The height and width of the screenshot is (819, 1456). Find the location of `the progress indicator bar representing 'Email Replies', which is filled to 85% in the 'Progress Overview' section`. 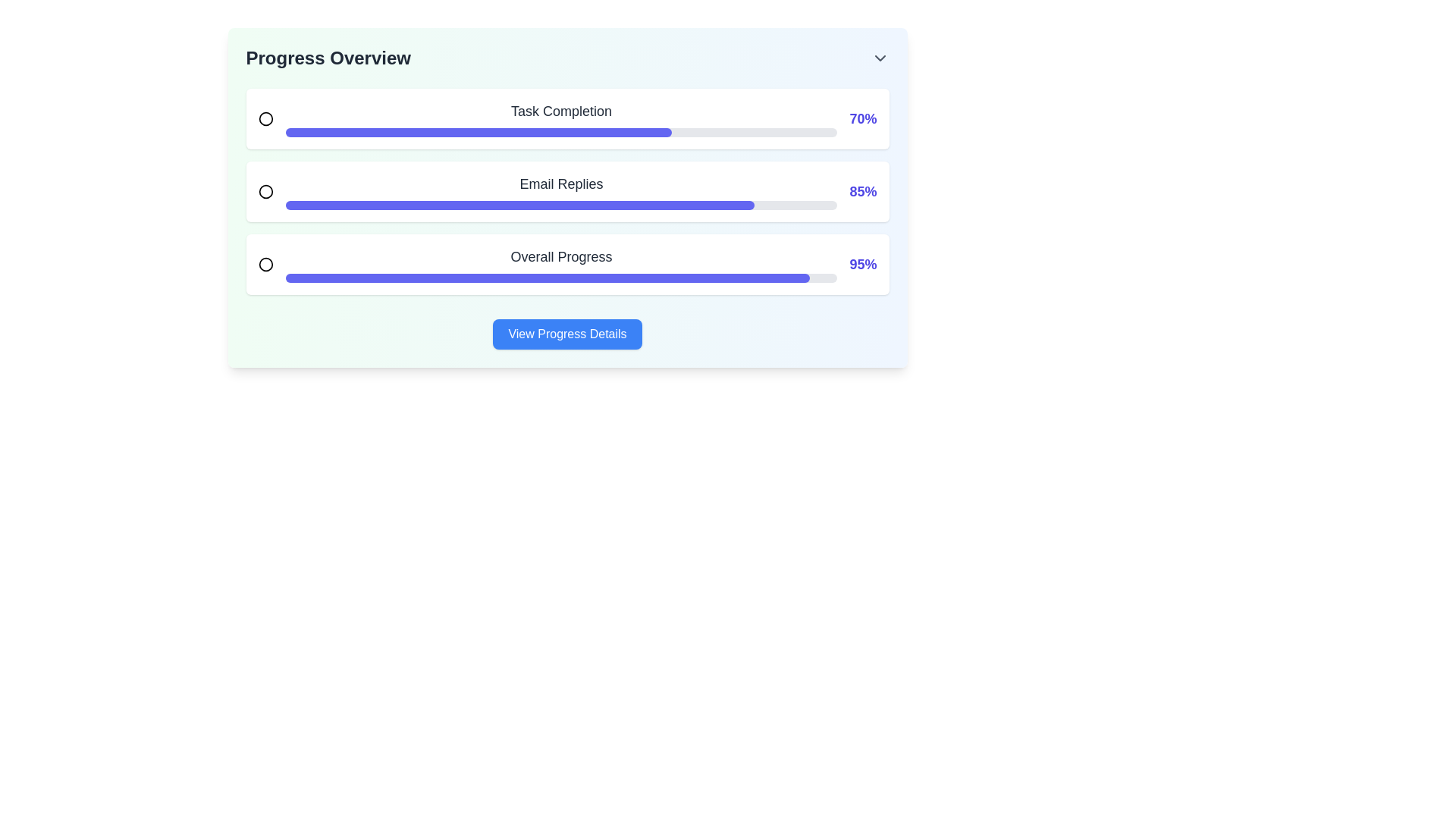

the progress indicator bar representing 'Email Replies', which is filled to 85% in the 'Progress Overview' section is located at coordinates (519, 205).